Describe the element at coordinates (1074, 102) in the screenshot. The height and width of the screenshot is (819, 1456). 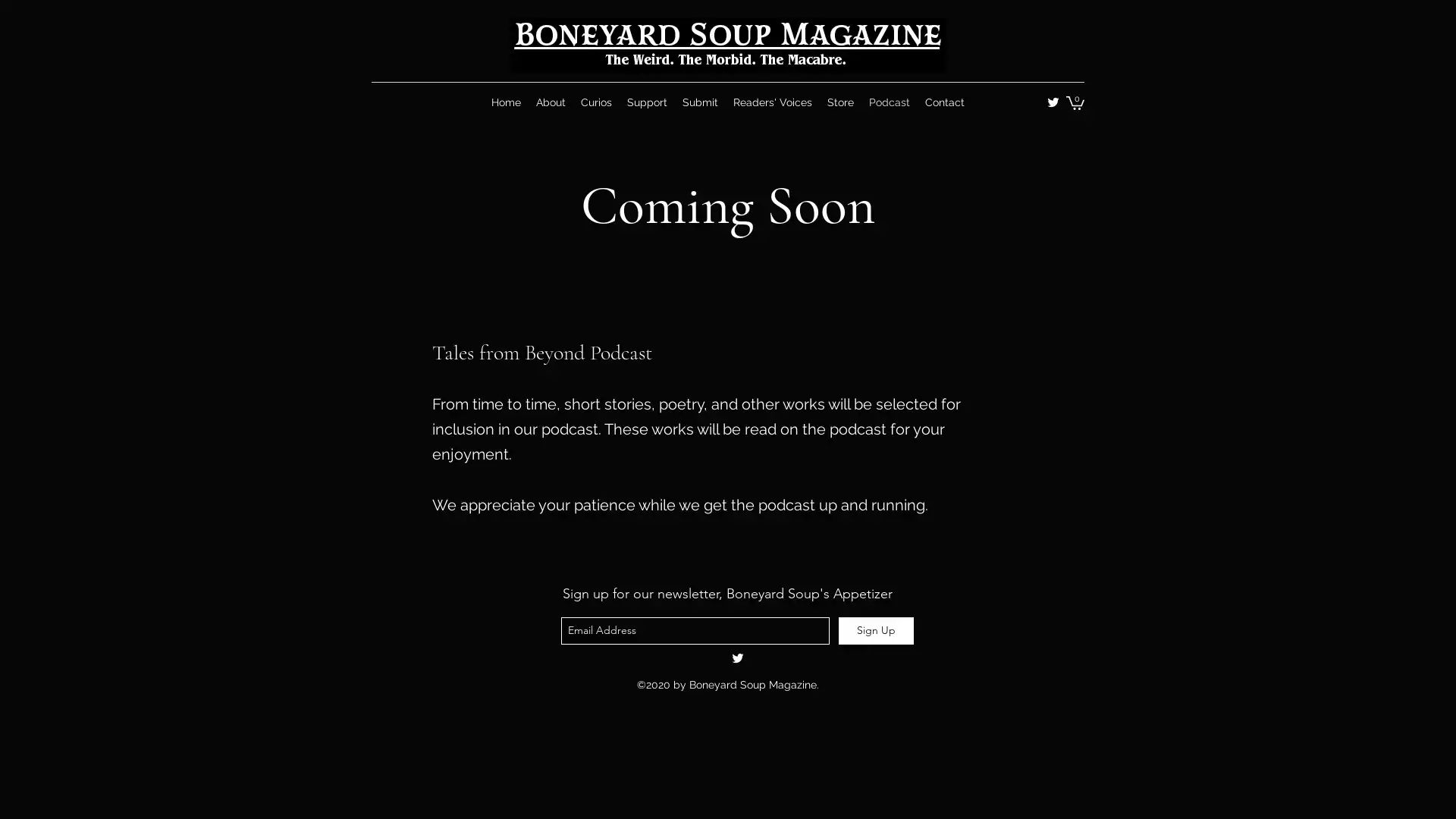
I see `Cart with 0 items` at that location.